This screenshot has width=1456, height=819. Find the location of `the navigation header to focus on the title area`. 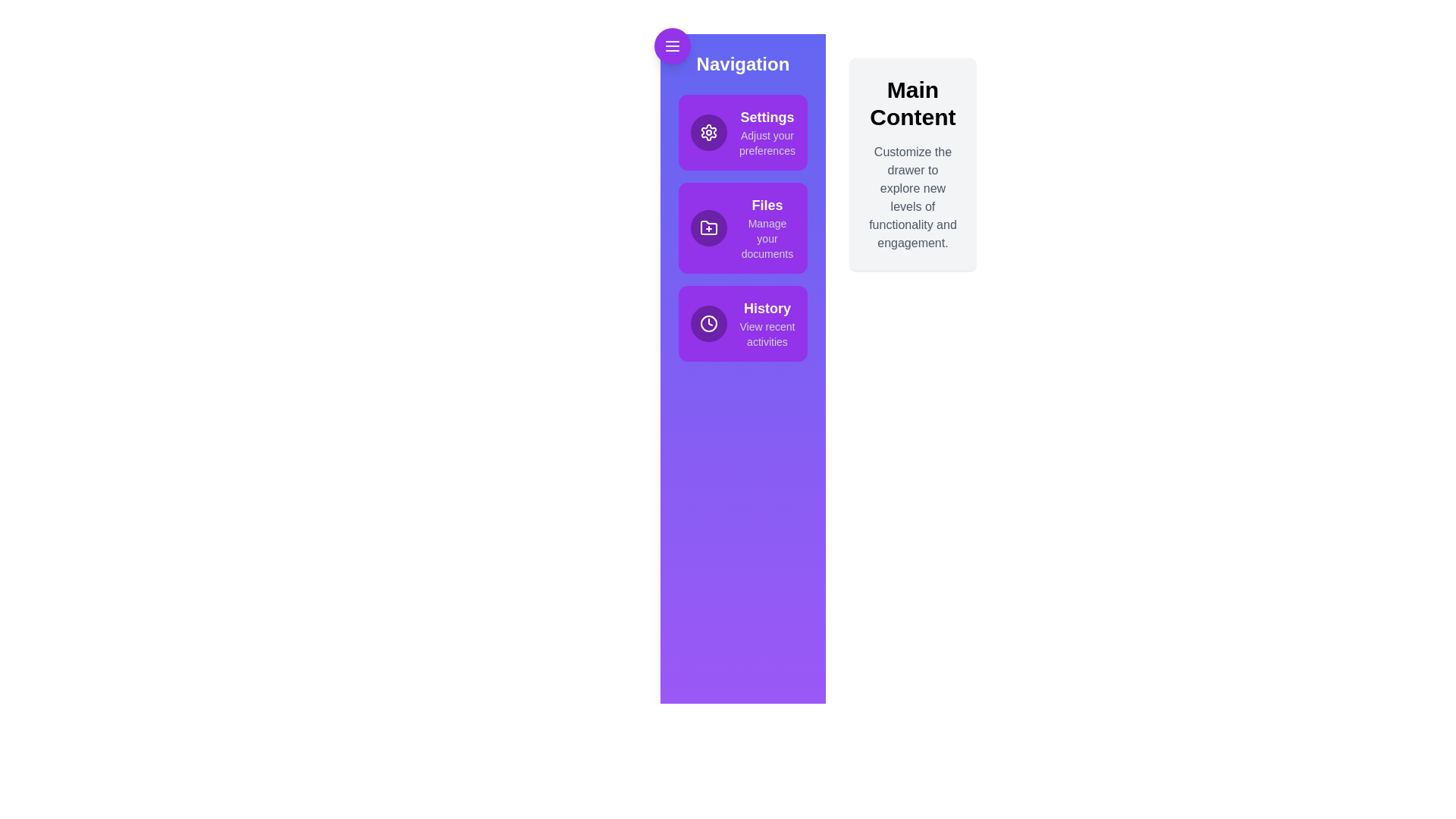

the navigation header to focus on the title area is located at coordinates (742, 63).